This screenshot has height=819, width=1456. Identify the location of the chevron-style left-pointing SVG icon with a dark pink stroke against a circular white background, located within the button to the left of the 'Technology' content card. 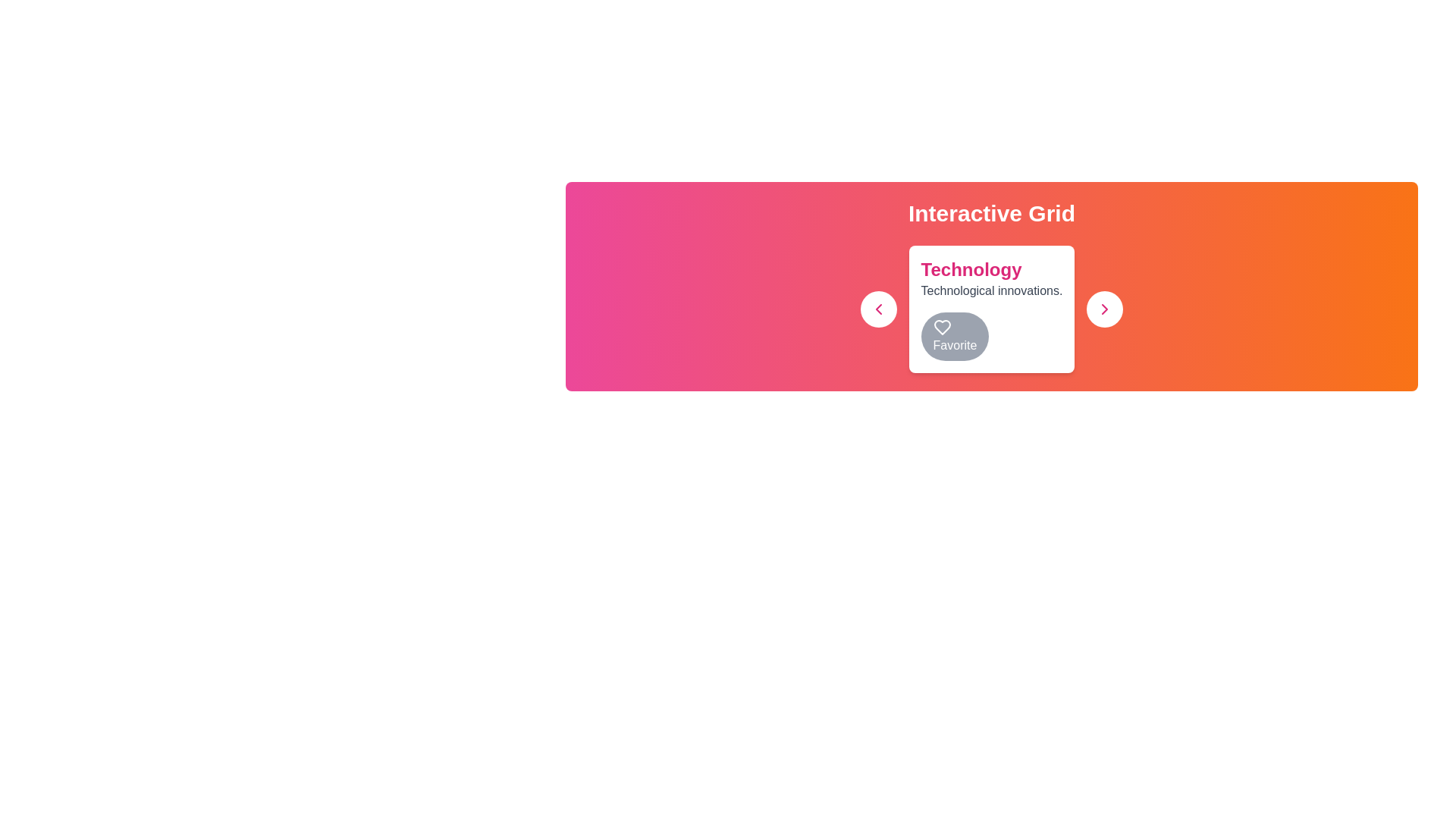
(878, 309).